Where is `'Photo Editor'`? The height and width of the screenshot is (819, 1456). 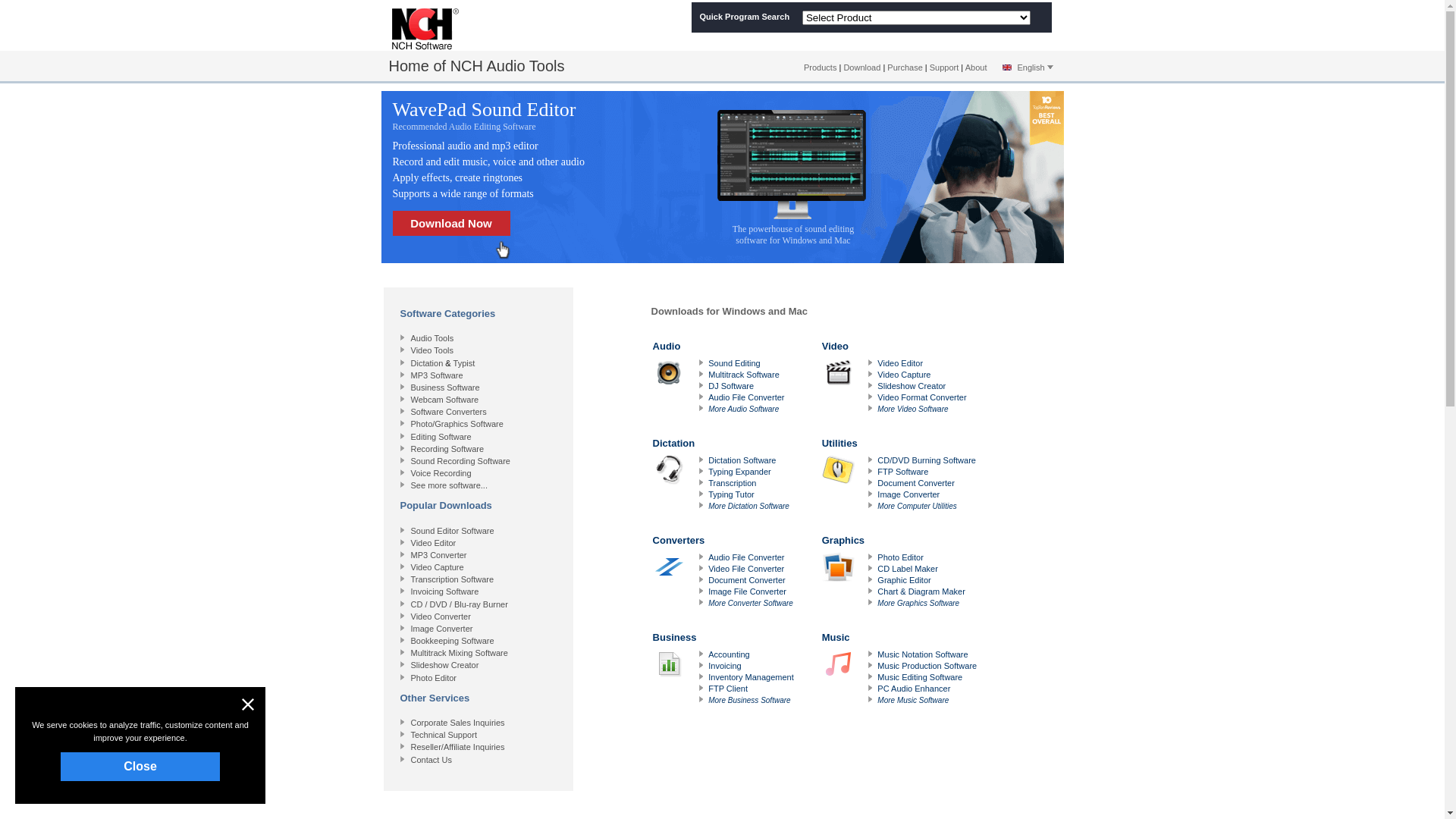
'Photo Editor' is located at coordinates (900, 557).